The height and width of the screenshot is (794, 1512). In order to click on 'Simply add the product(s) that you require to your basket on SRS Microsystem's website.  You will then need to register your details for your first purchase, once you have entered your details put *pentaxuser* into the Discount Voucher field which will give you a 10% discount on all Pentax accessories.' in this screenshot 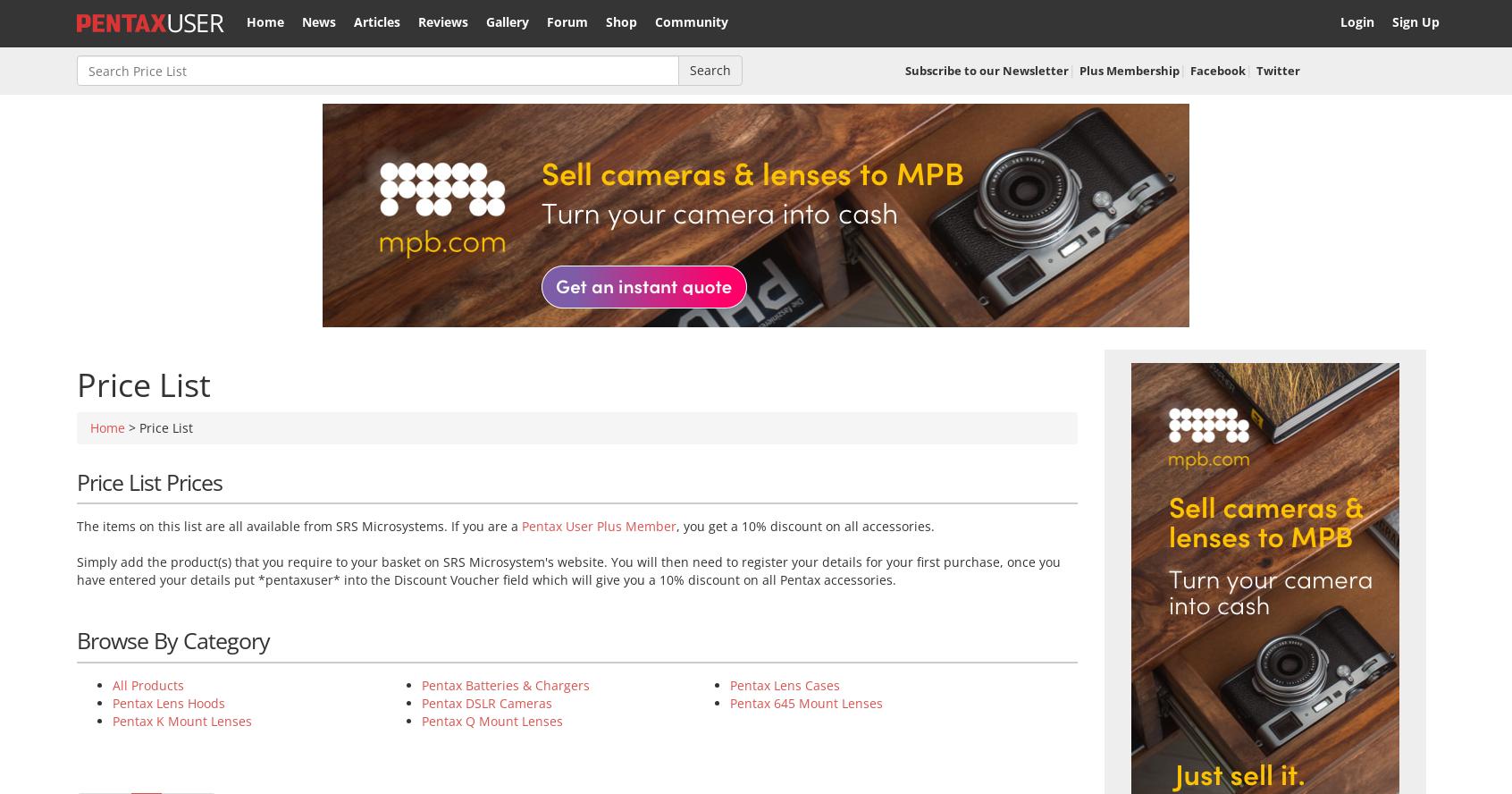, I will do `click(76, 570)`.